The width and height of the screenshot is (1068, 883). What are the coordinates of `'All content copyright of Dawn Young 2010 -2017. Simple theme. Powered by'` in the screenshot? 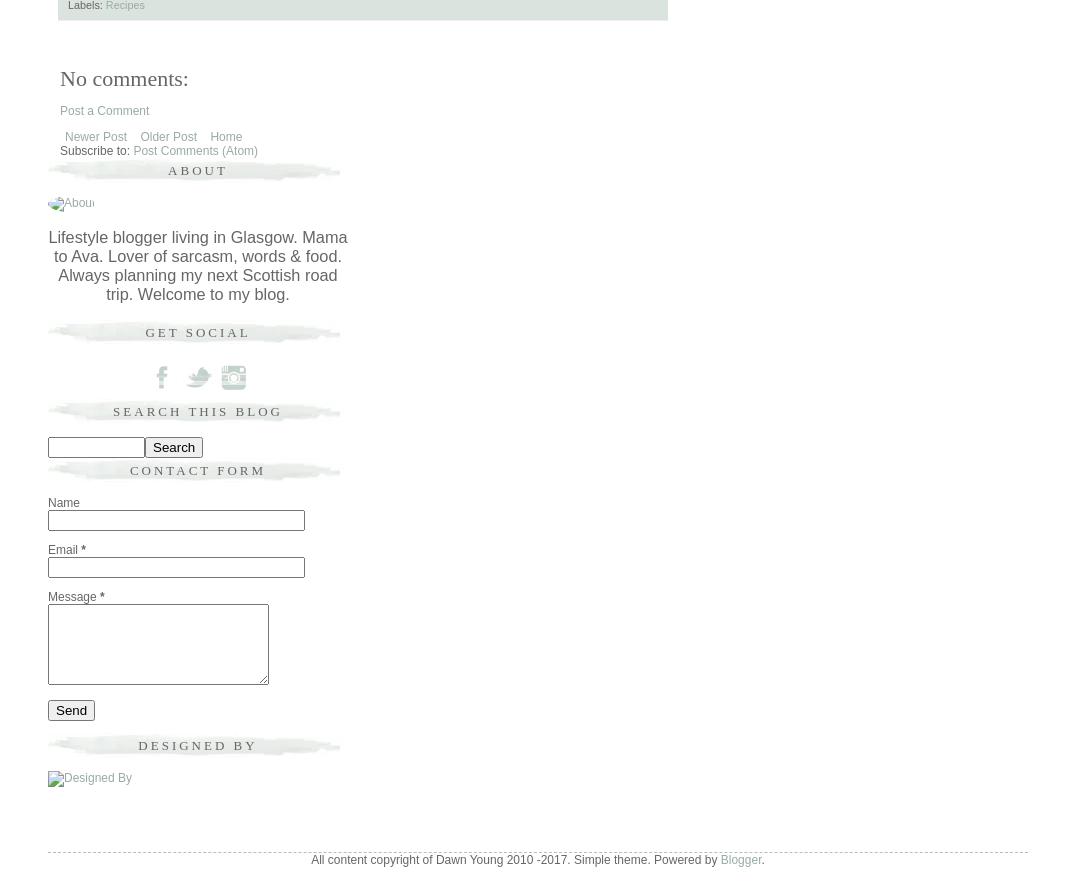 It's located at (515, 859).